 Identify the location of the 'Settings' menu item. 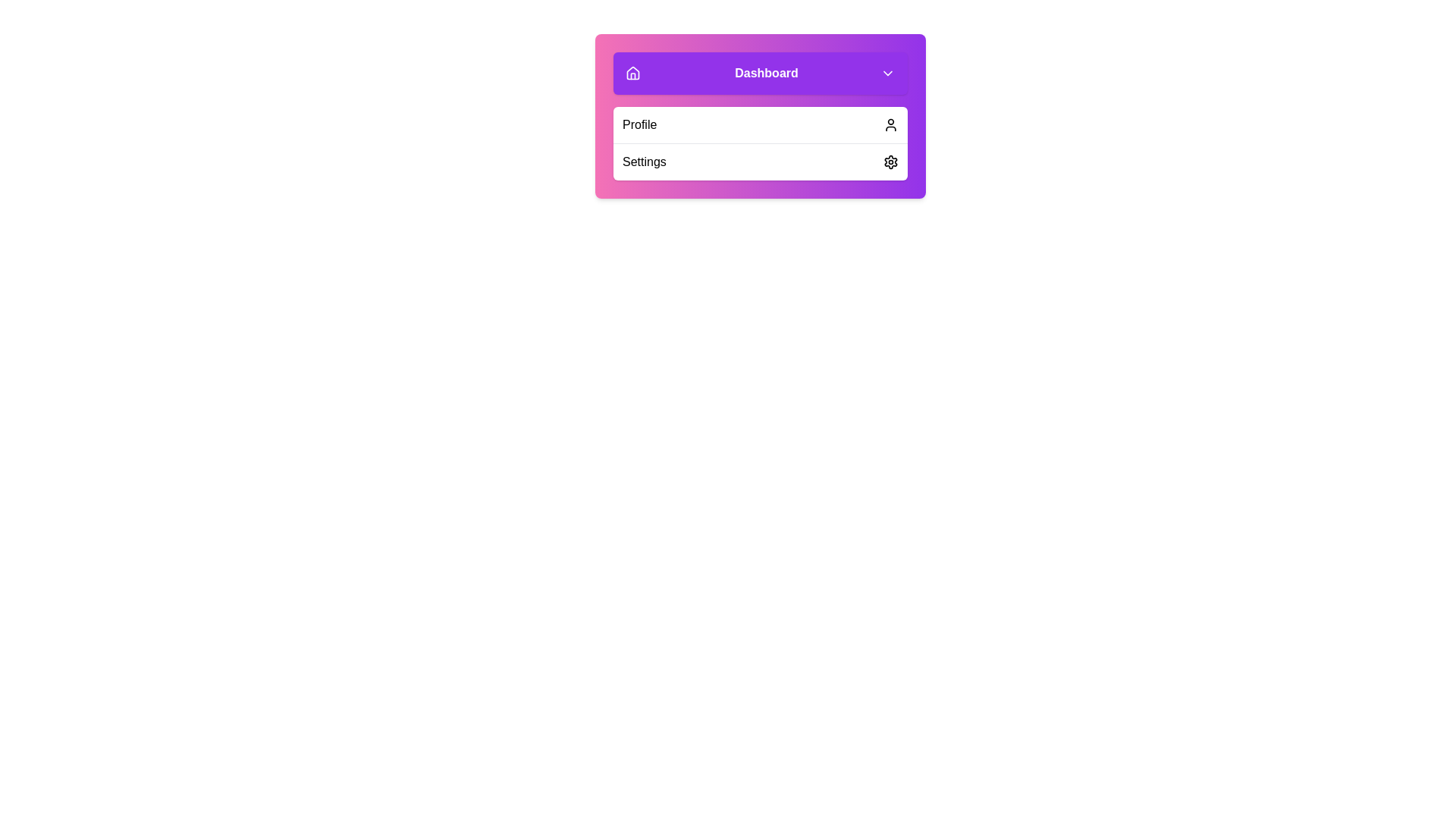
(761, 162).